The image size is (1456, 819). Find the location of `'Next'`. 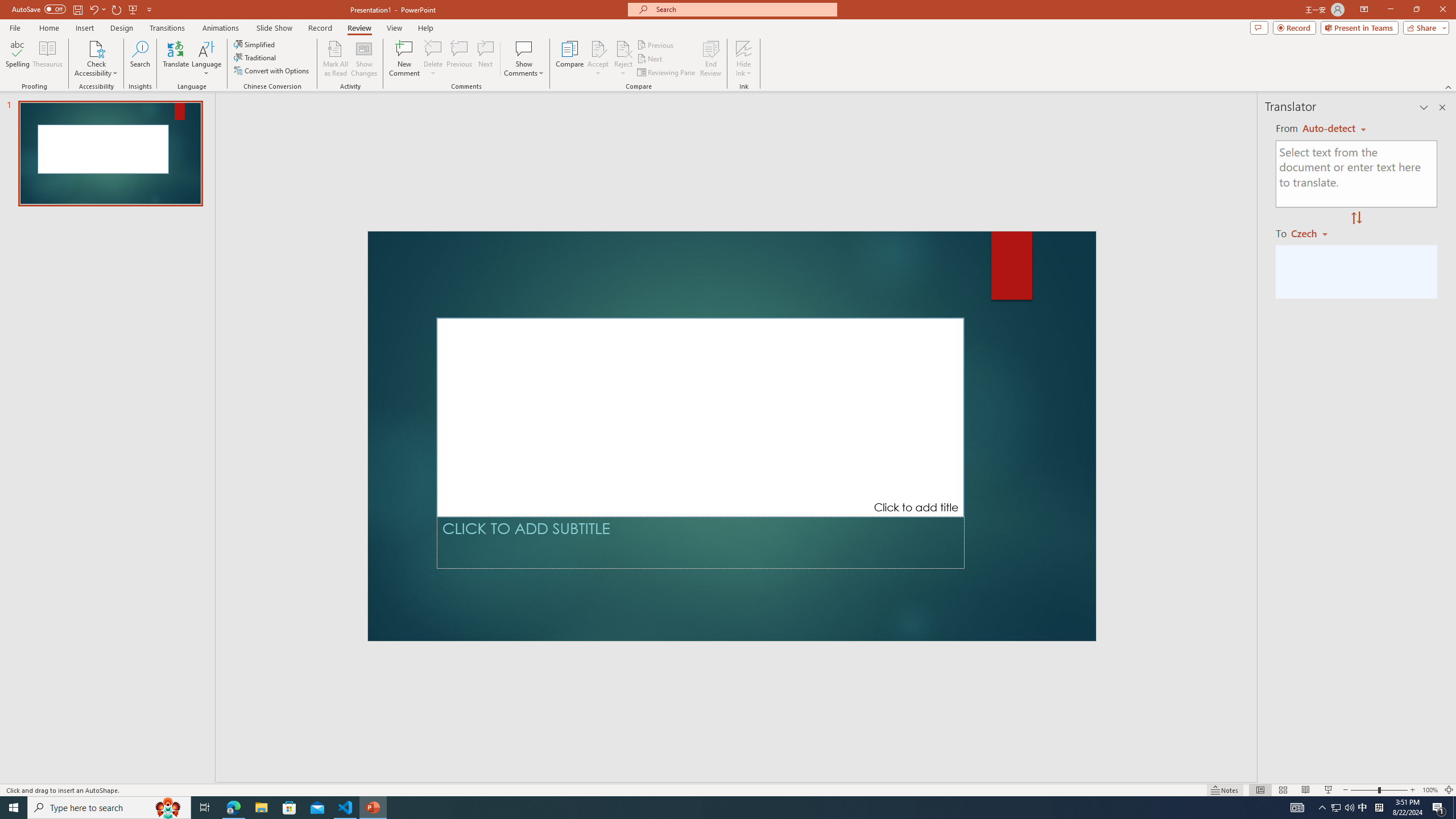

'Next' is located at coordinates (650, 59).